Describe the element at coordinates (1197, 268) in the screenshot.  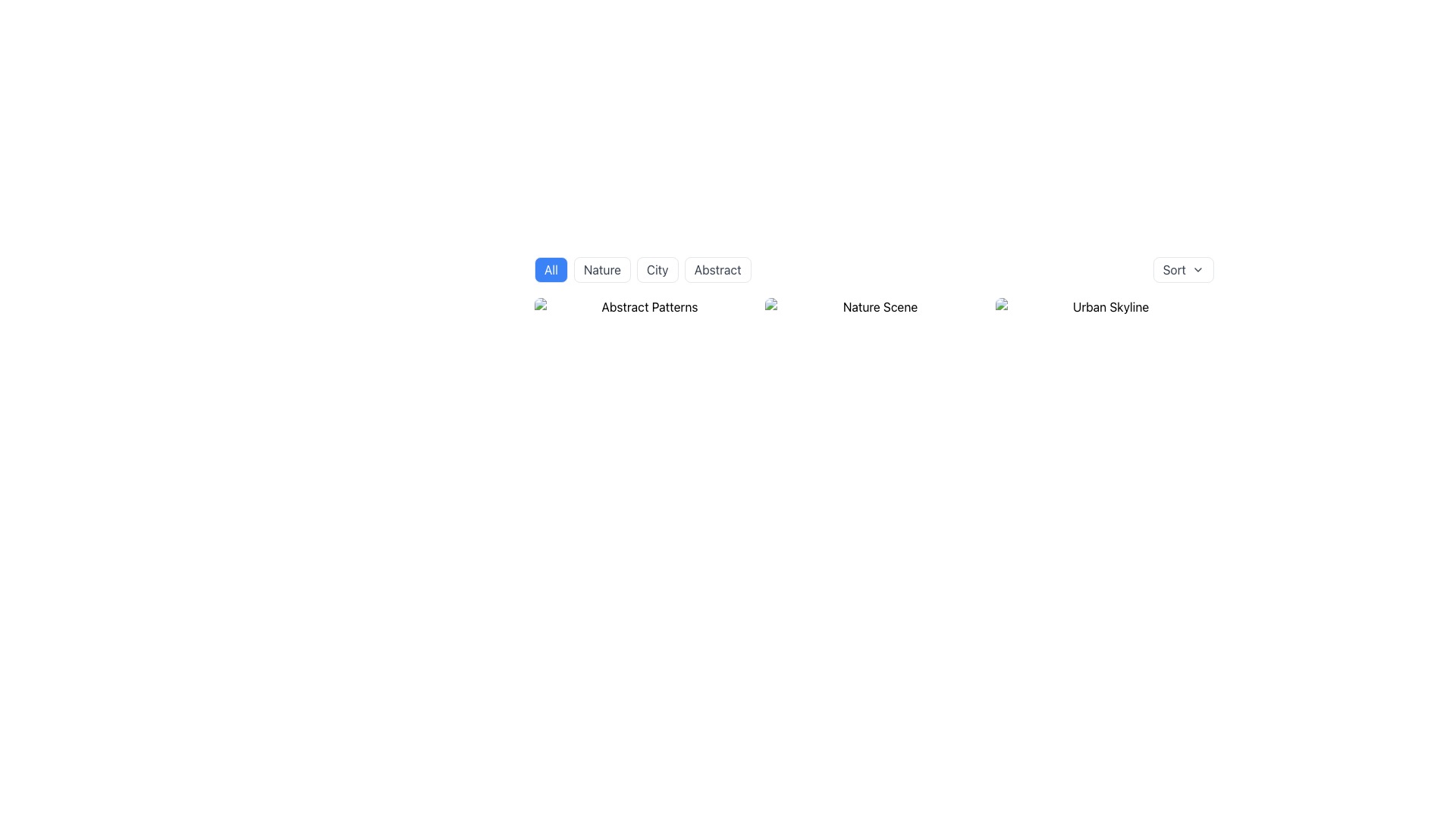
I see `the sort icon located to the right of the 'Sort' button` at that location.